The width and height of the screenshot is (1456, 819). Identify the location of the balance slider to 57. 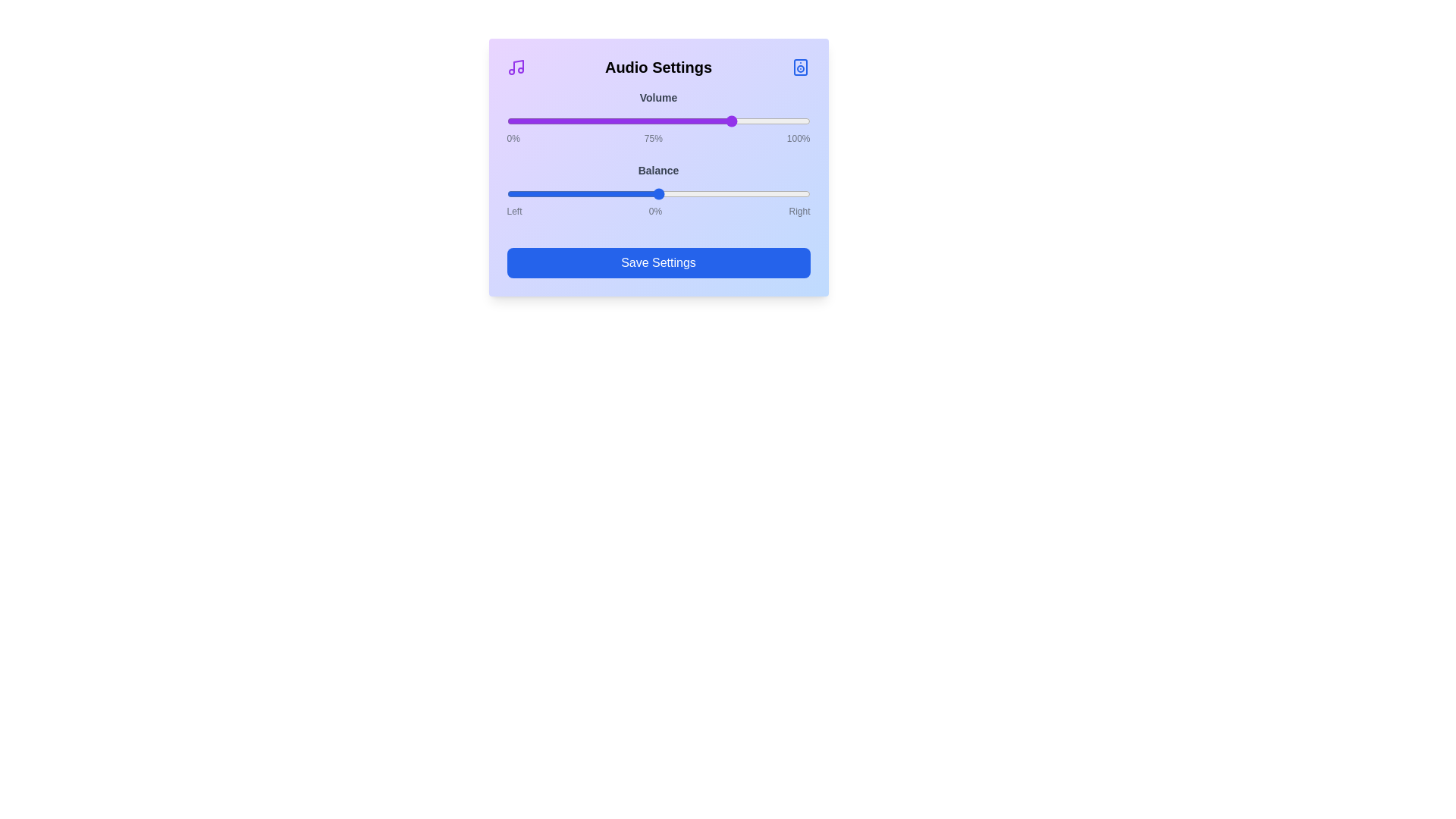
(745, 193).